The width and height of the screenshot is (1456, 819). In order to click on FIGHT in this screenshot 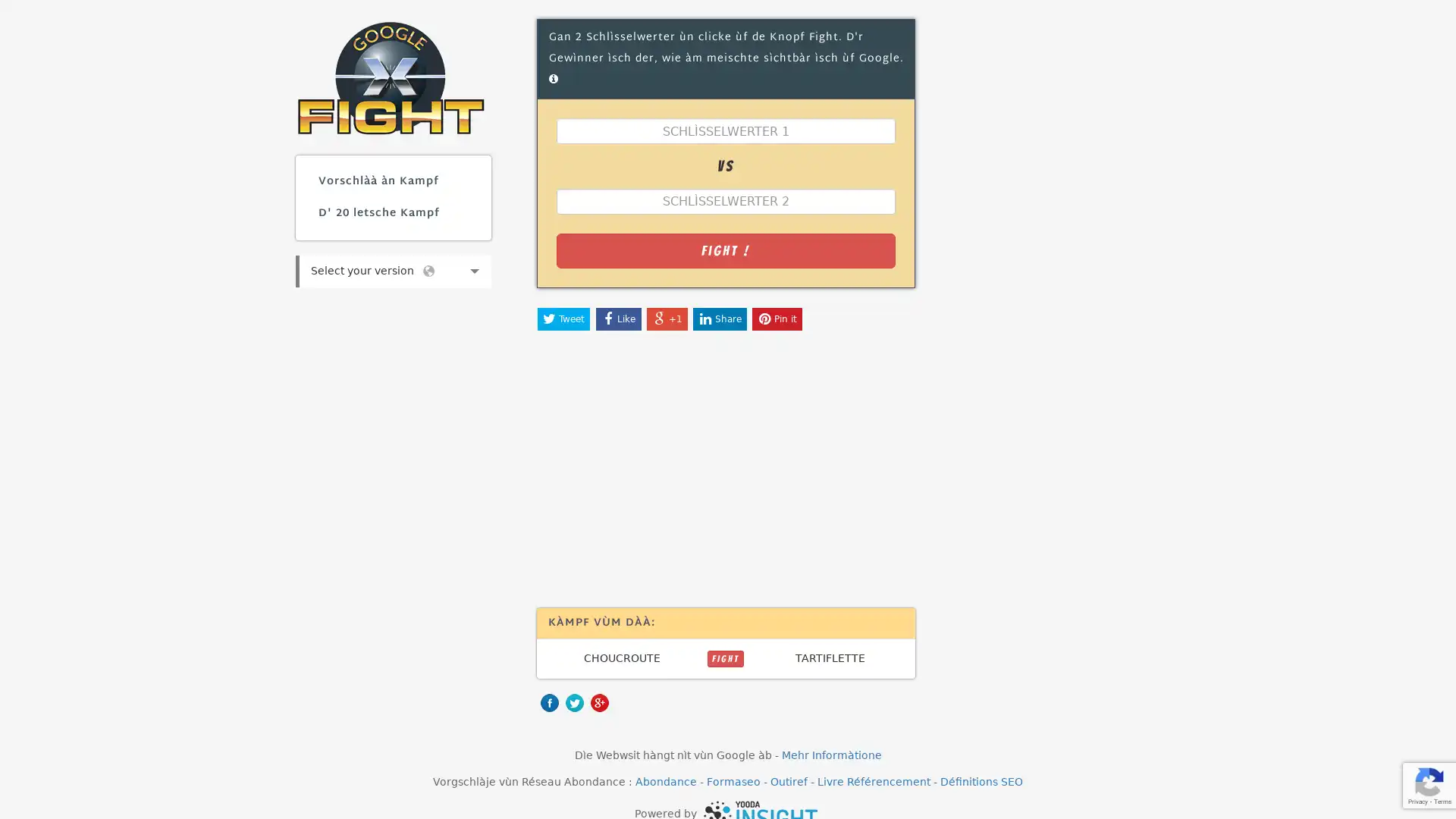, I will do `click(724, 657)`.